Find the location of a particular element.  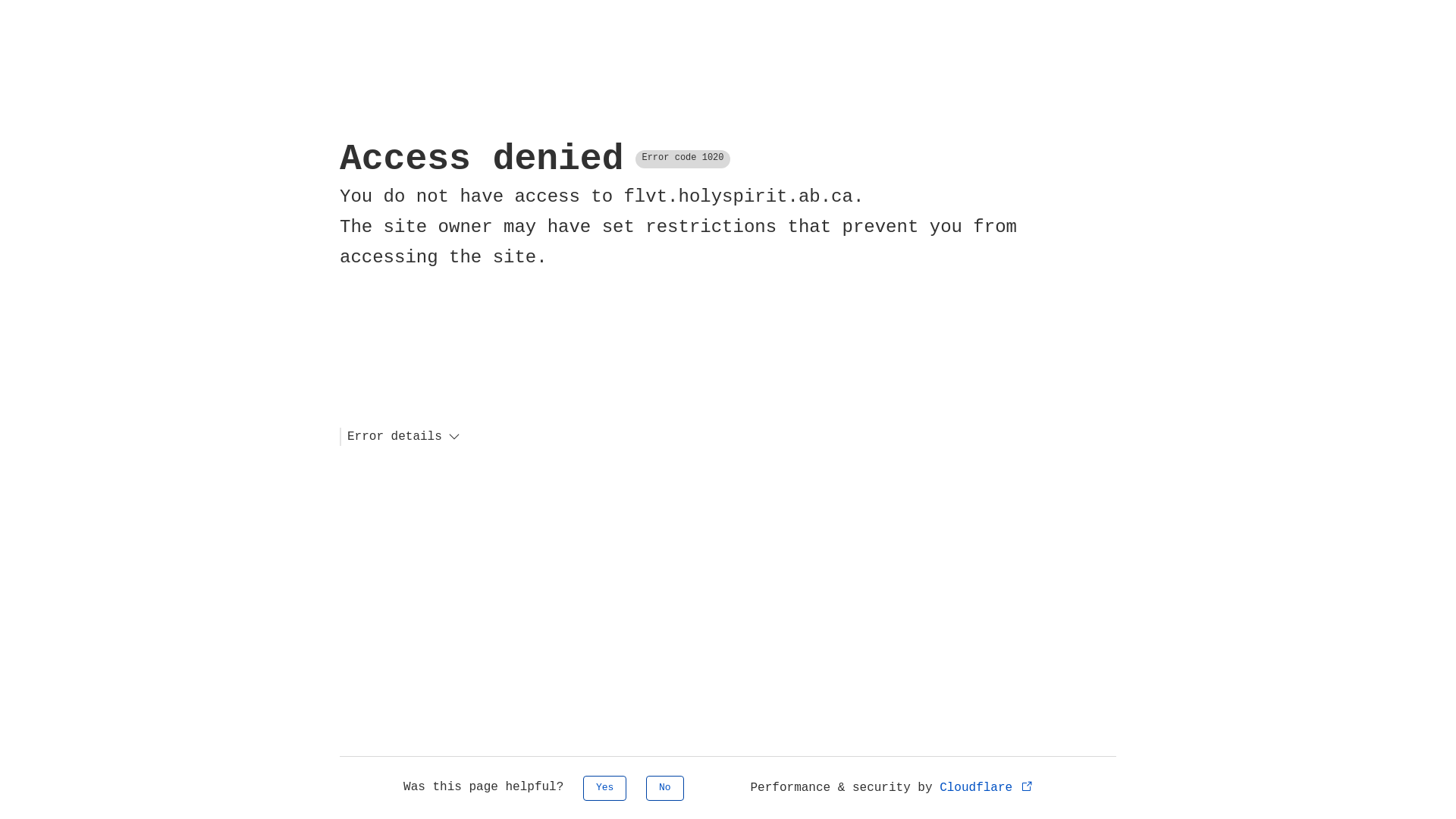

'Cloudflare' is located at coordinates (938, 786).